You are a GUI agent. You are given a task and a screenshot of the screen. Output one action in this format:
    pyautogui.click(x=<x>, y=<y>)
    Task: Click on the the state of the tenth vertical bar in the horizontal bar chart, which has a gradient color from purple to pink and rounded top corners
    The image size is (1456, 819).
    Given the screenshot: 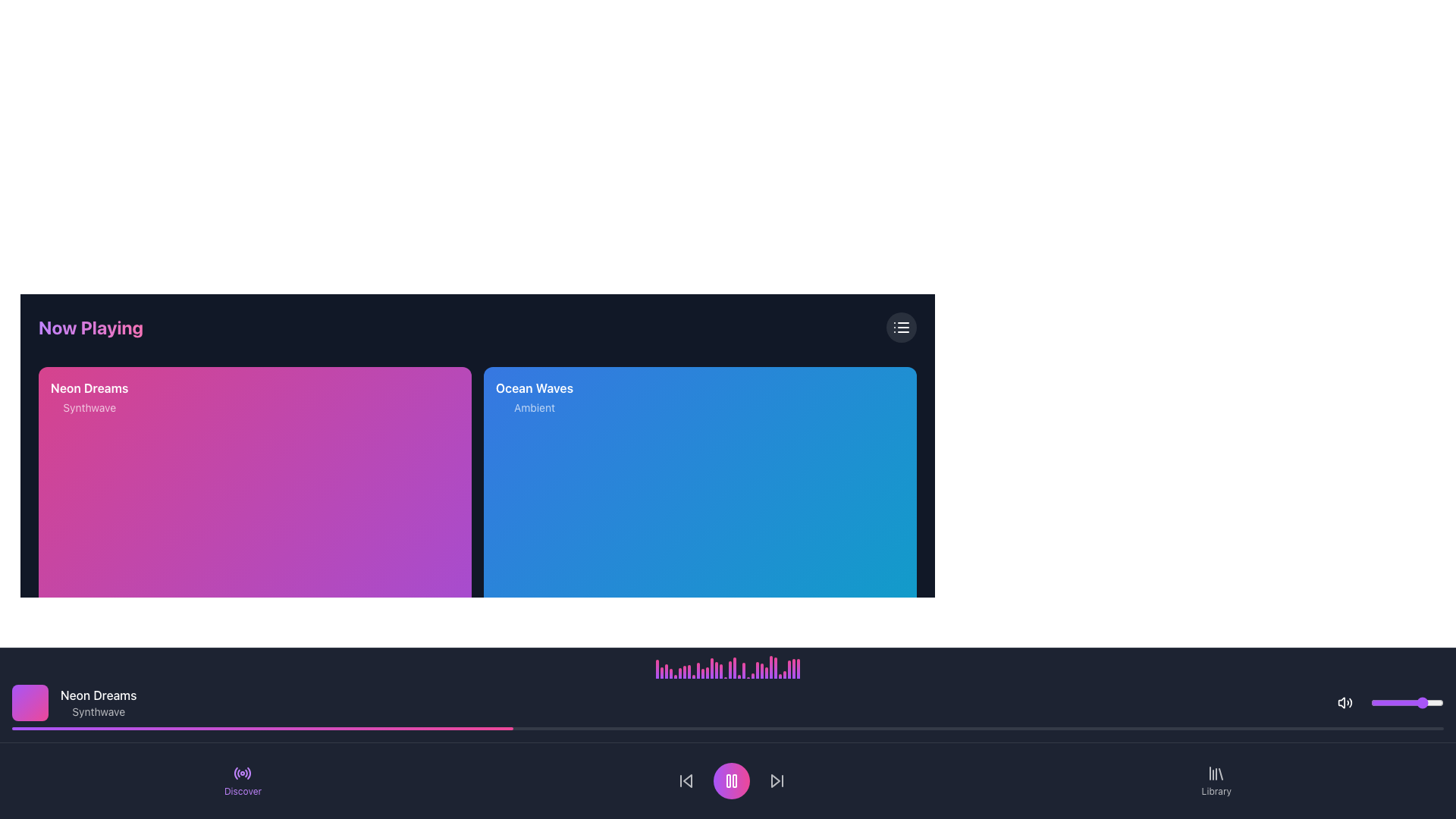 What is the action you would take?
    pyautogui.click(x=698, y=670)
    